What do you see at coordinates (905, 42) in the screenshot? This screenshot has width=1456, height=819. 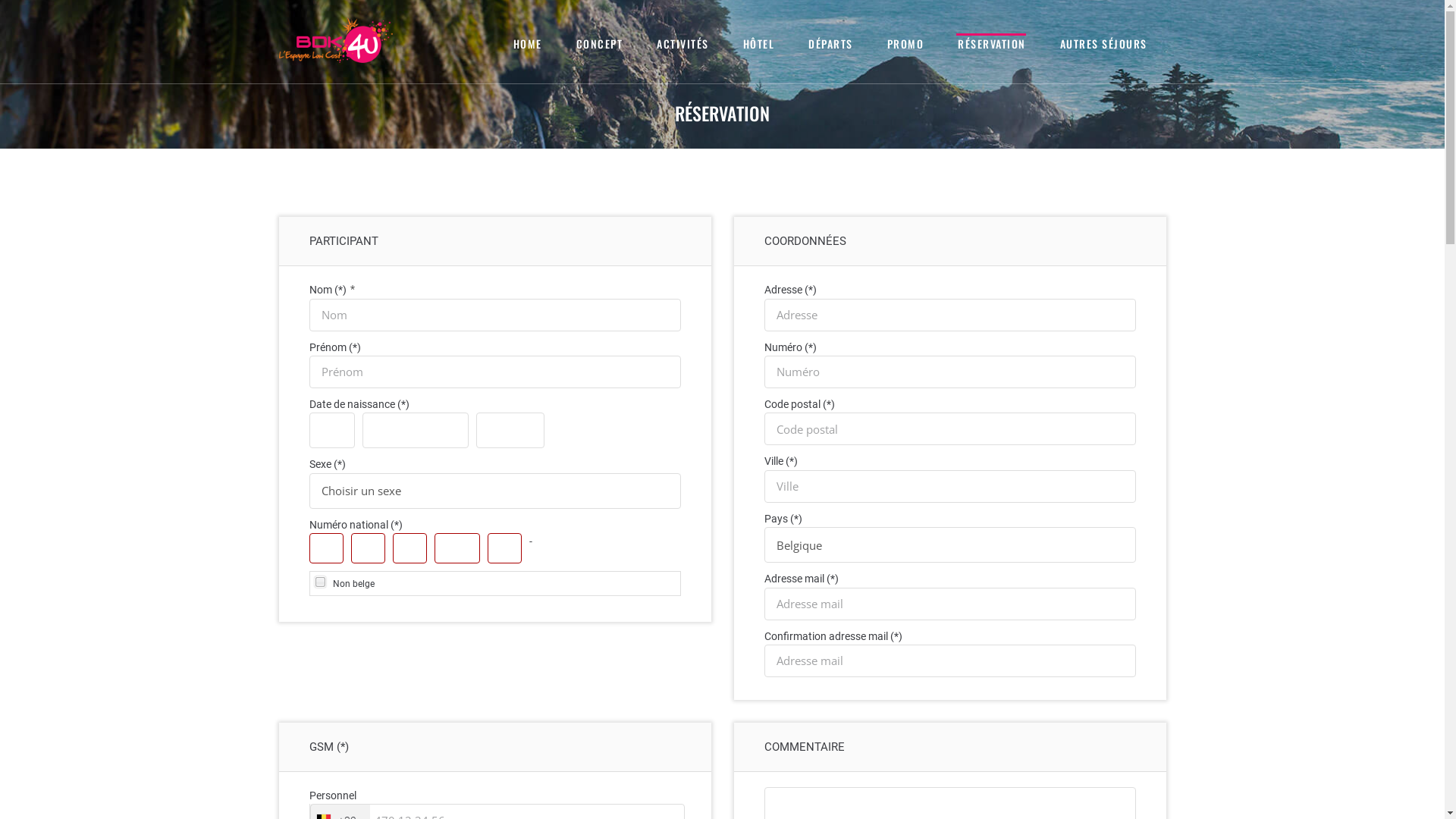 I see `'PROMO'` at bounding box center [905, 42].